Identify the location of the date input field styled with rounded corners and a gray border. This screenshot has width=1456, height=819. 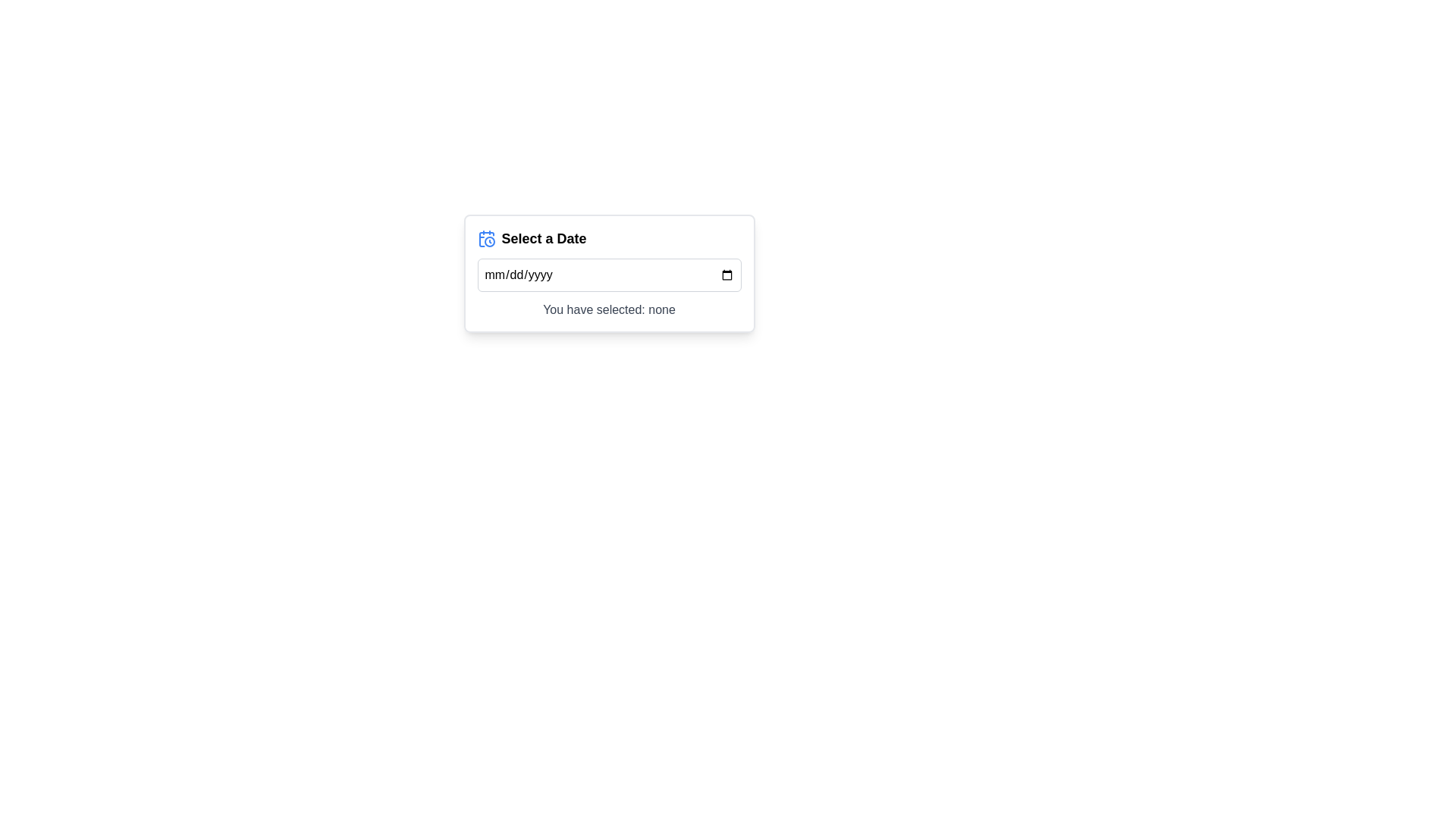
(609, 275).